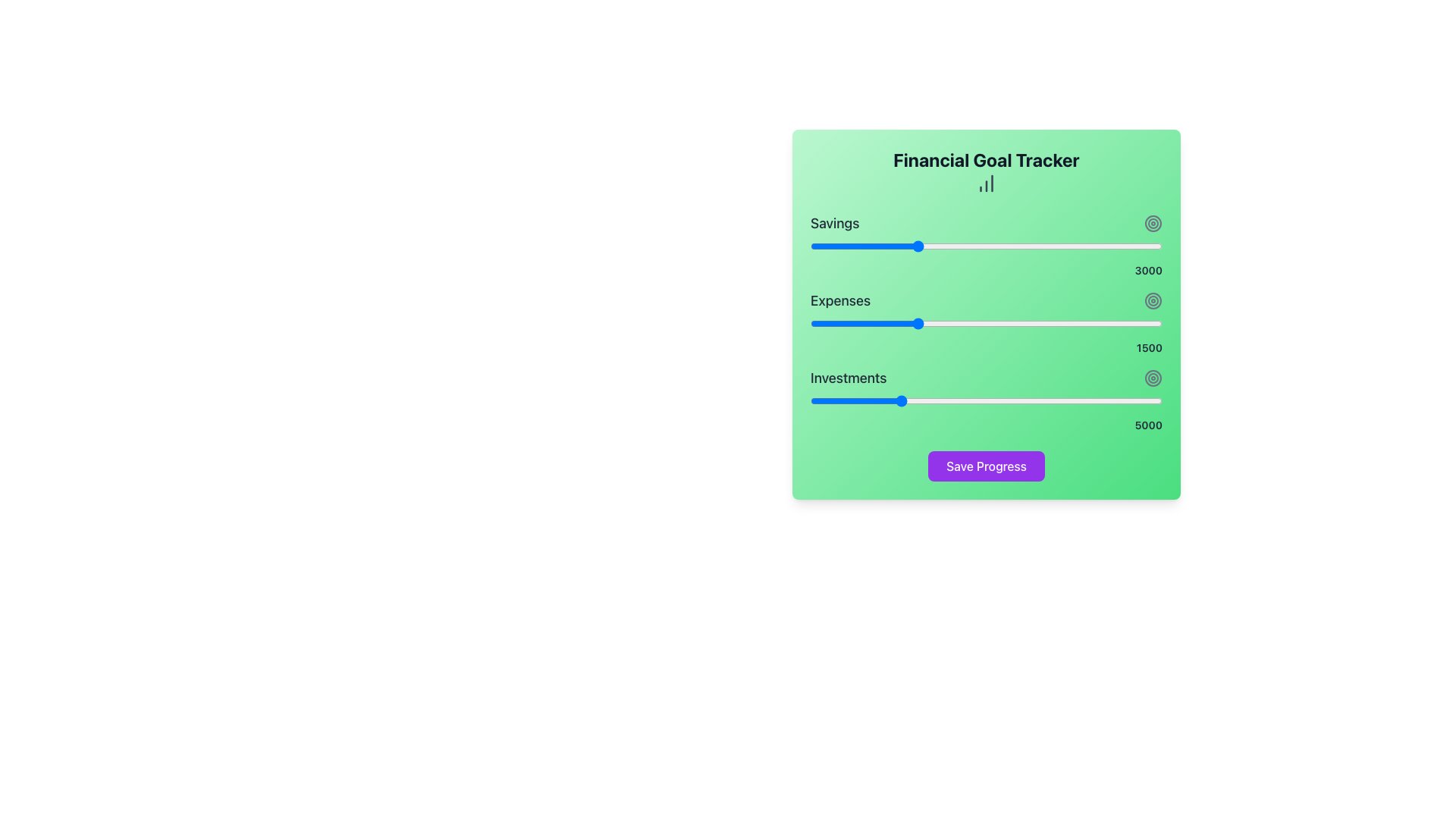 This screenshot has width=1456, height=819. I want to click on the savings value, so click(1068, 245).